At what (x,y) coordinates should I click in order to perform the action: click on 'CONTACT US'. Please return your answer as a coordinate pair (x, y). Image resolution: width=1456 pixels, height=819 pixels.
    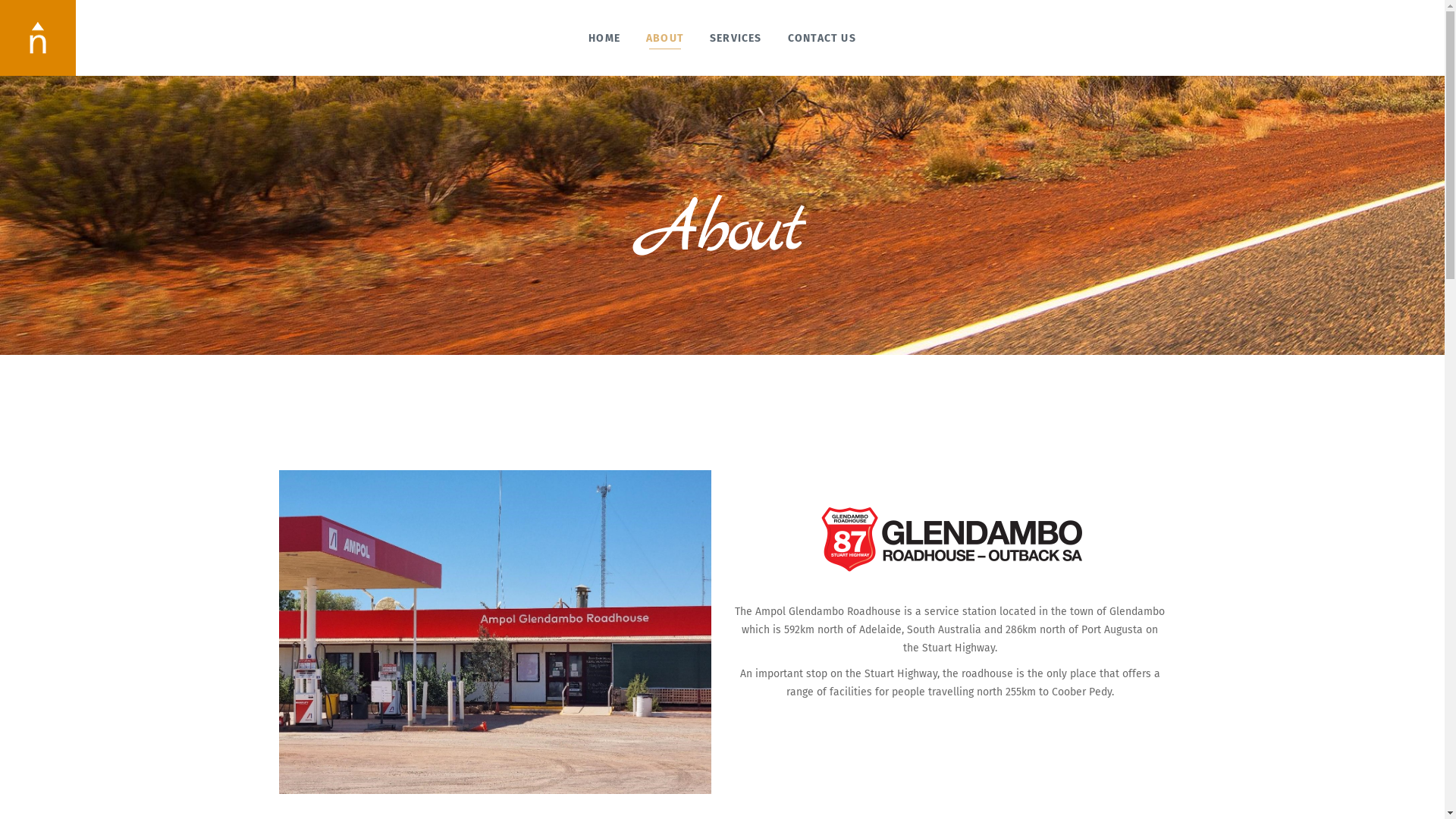
    Looking at the image, I should click on (821, 37).